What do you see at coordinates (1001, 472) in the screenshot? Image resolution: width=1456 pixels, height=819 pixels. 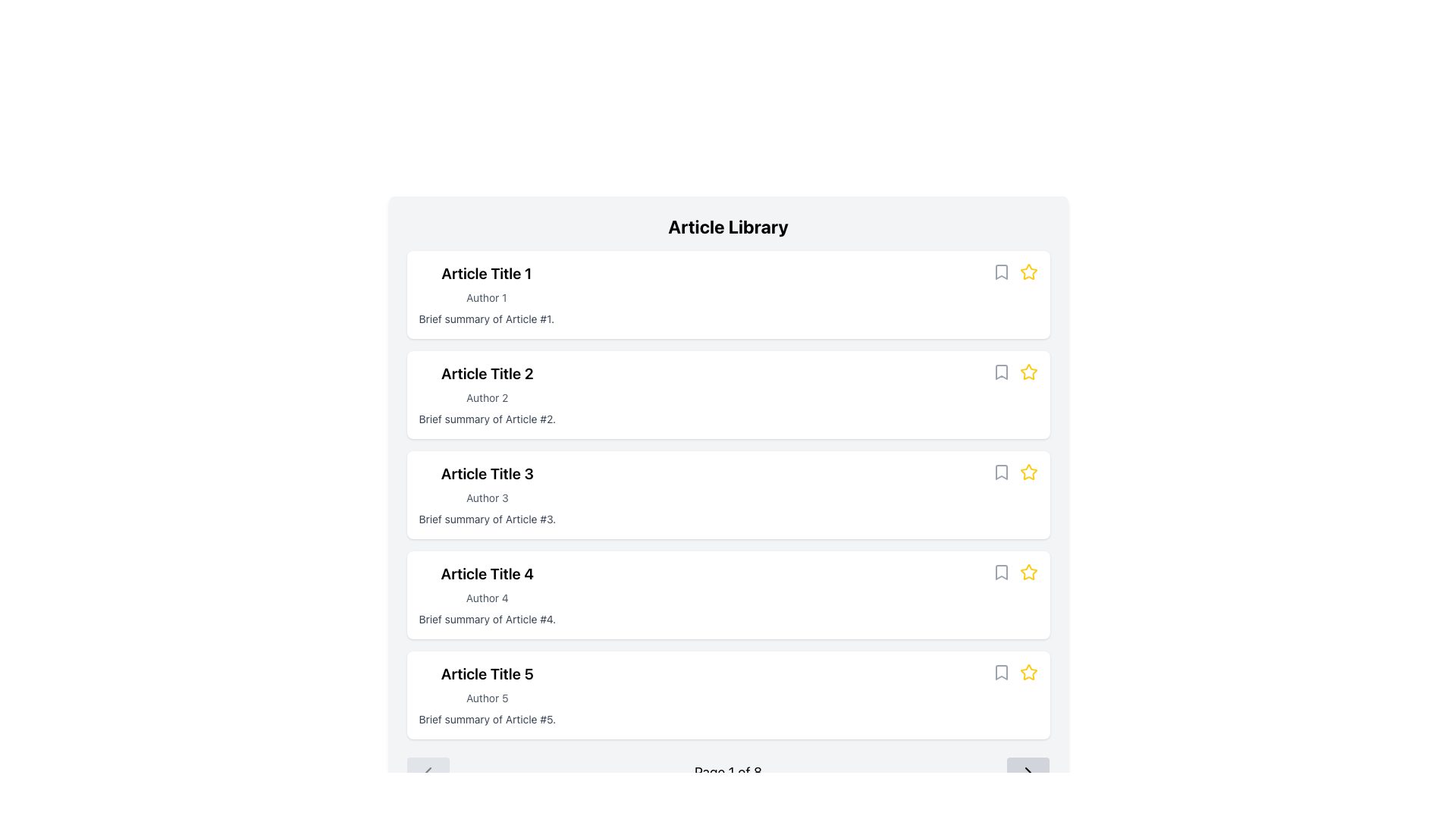 I see `the bookmark-shaped button with a gray outline located to the left of the star-shaped icon in the 'Article Library' interface under 'Article Title 3' to bookmark the item` at bounding box center [1001, 472].